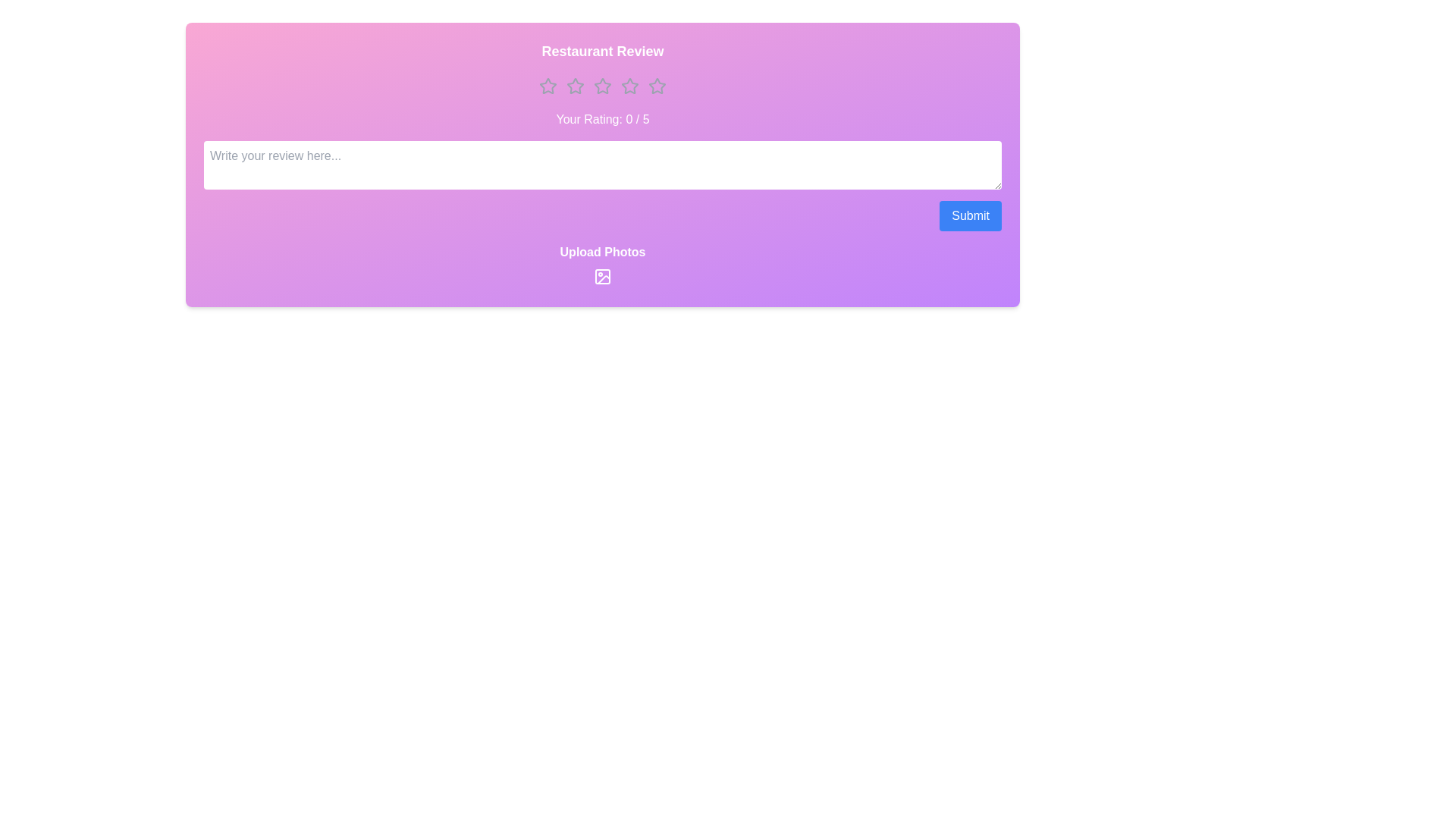 This screenshot has height=819, width=1456. I want to click on the upload photos icon to open the file selection dialog, so click(602, 277).